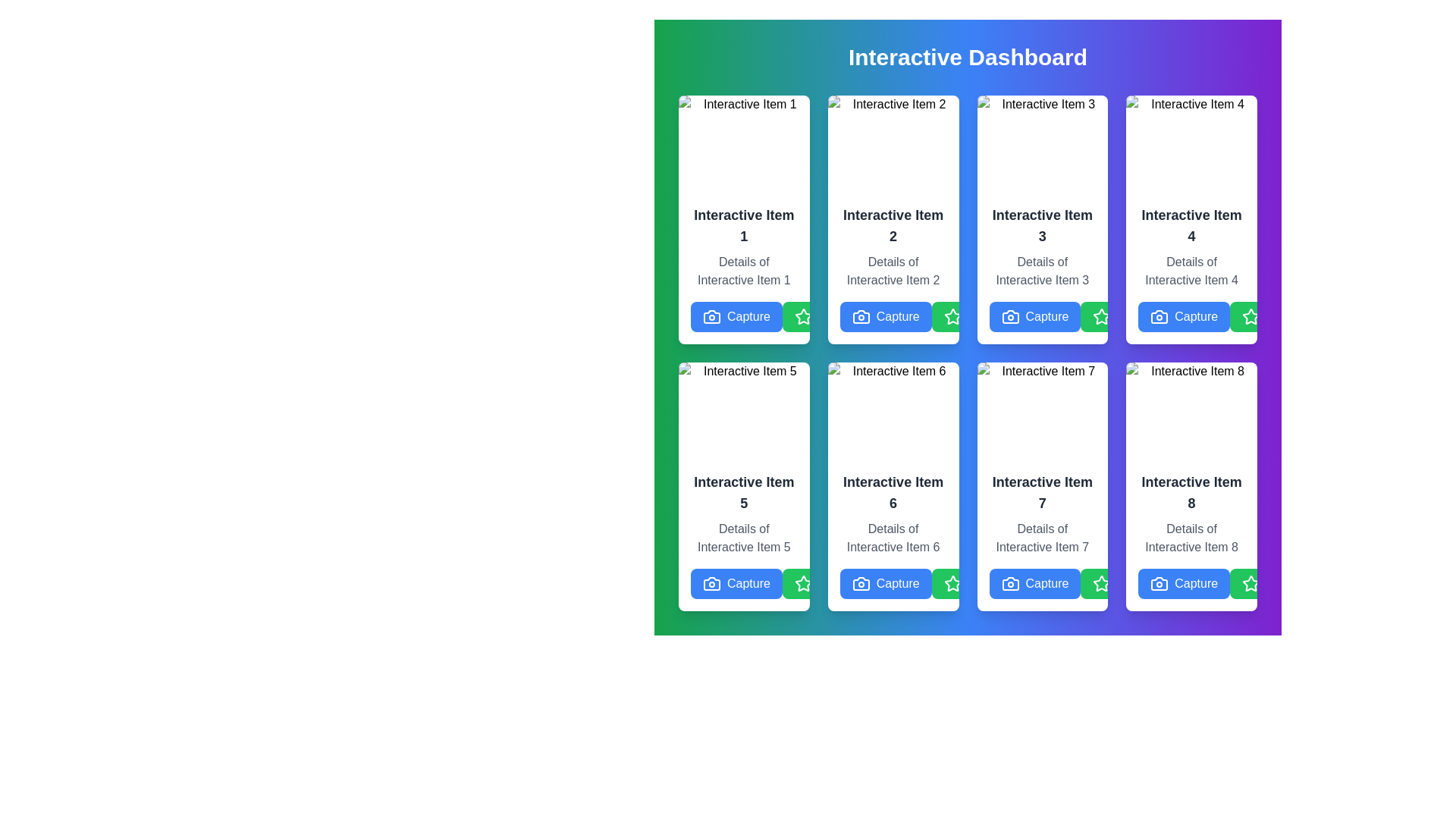 The width and height of the screenshot is (1456, 819). I want to click on the green 'Favorite' button with rounded corners and a star icon to mark an item as favorite, so click(977, 315).